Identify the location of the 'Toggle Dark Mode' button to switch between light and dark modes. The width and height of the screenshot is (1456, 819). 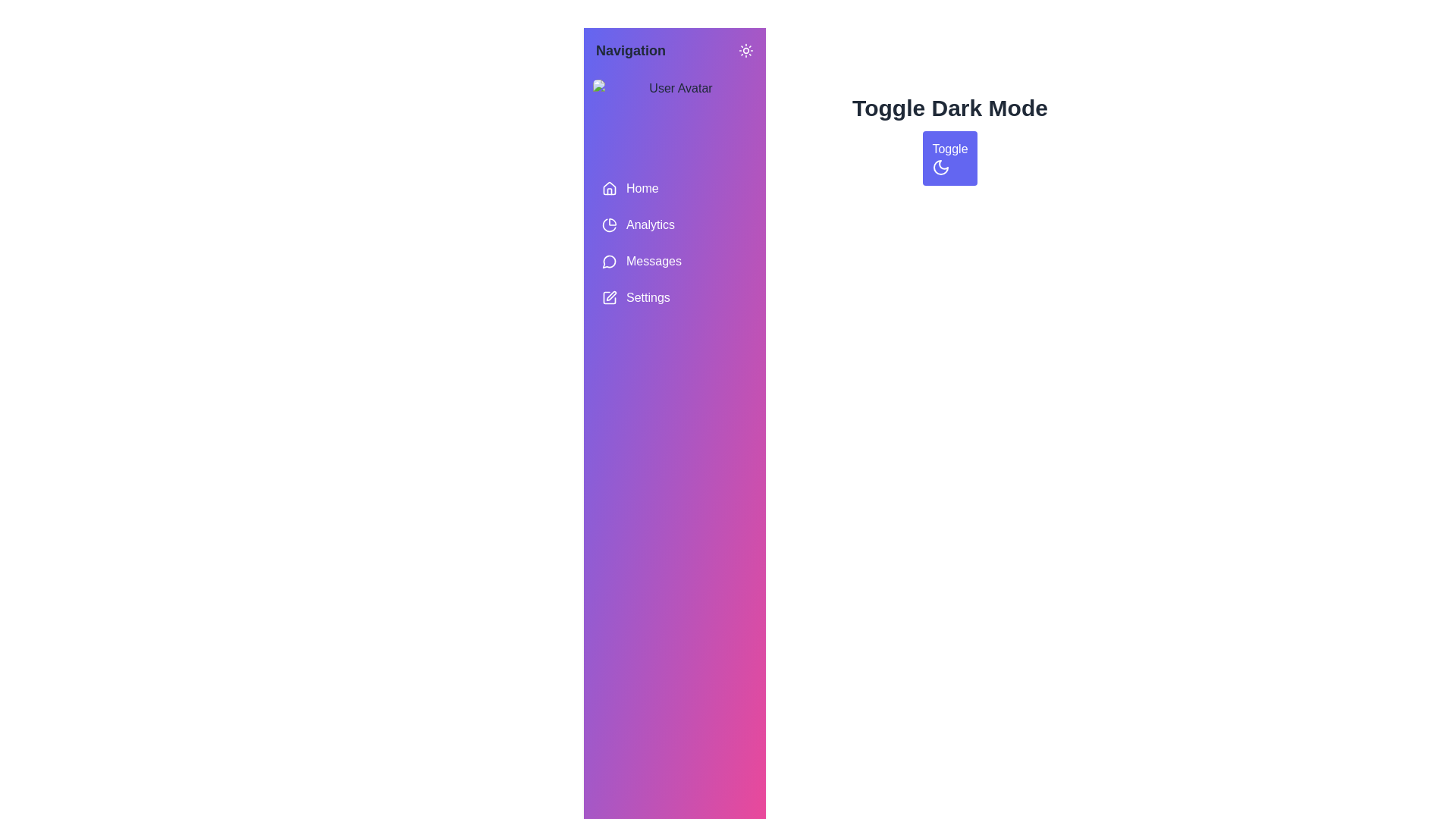
(949, 158).